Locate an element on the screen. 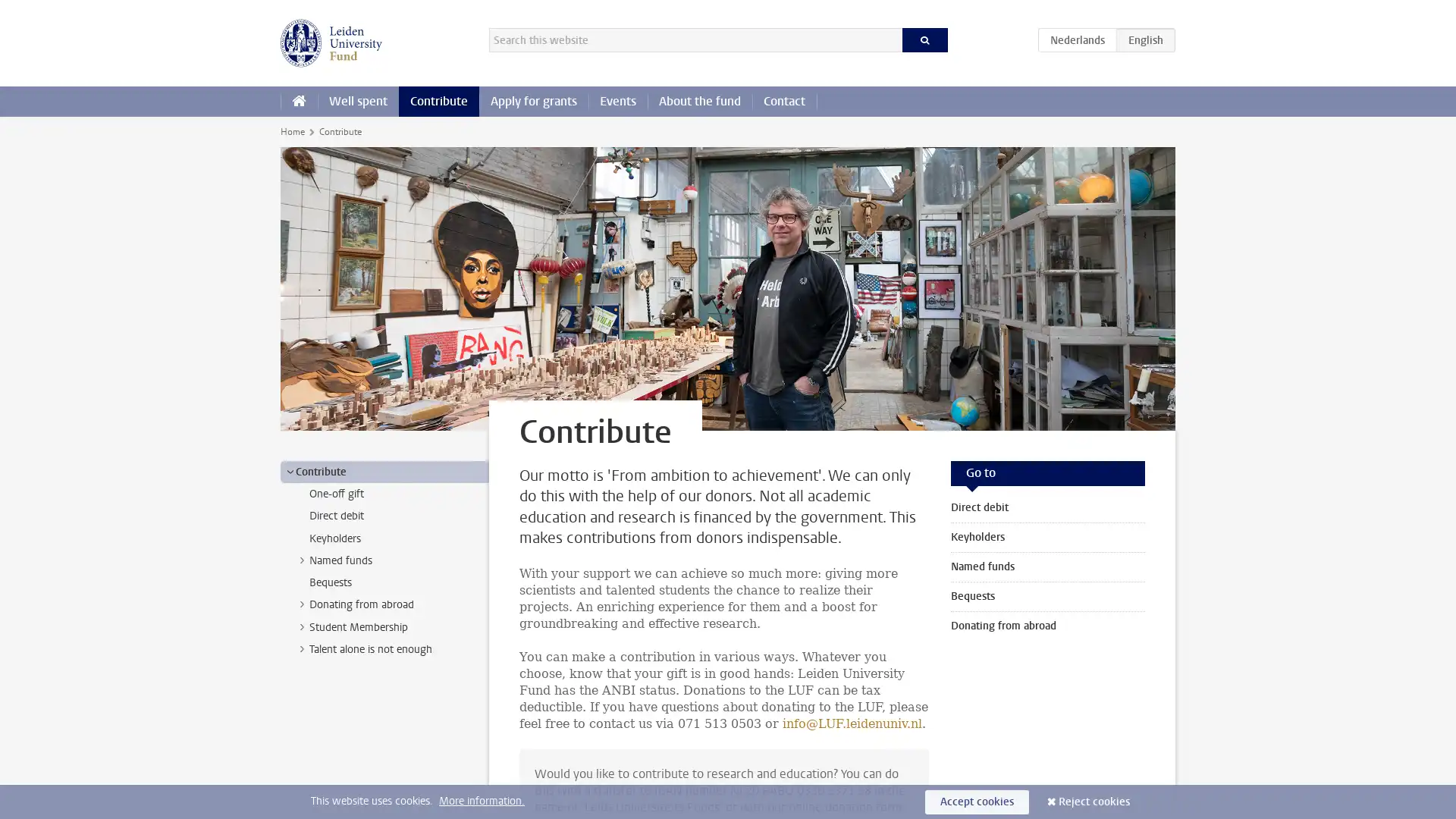 This screenshot has width=1456, height=819. Reject cookies is located at coordinates (1094, 801).